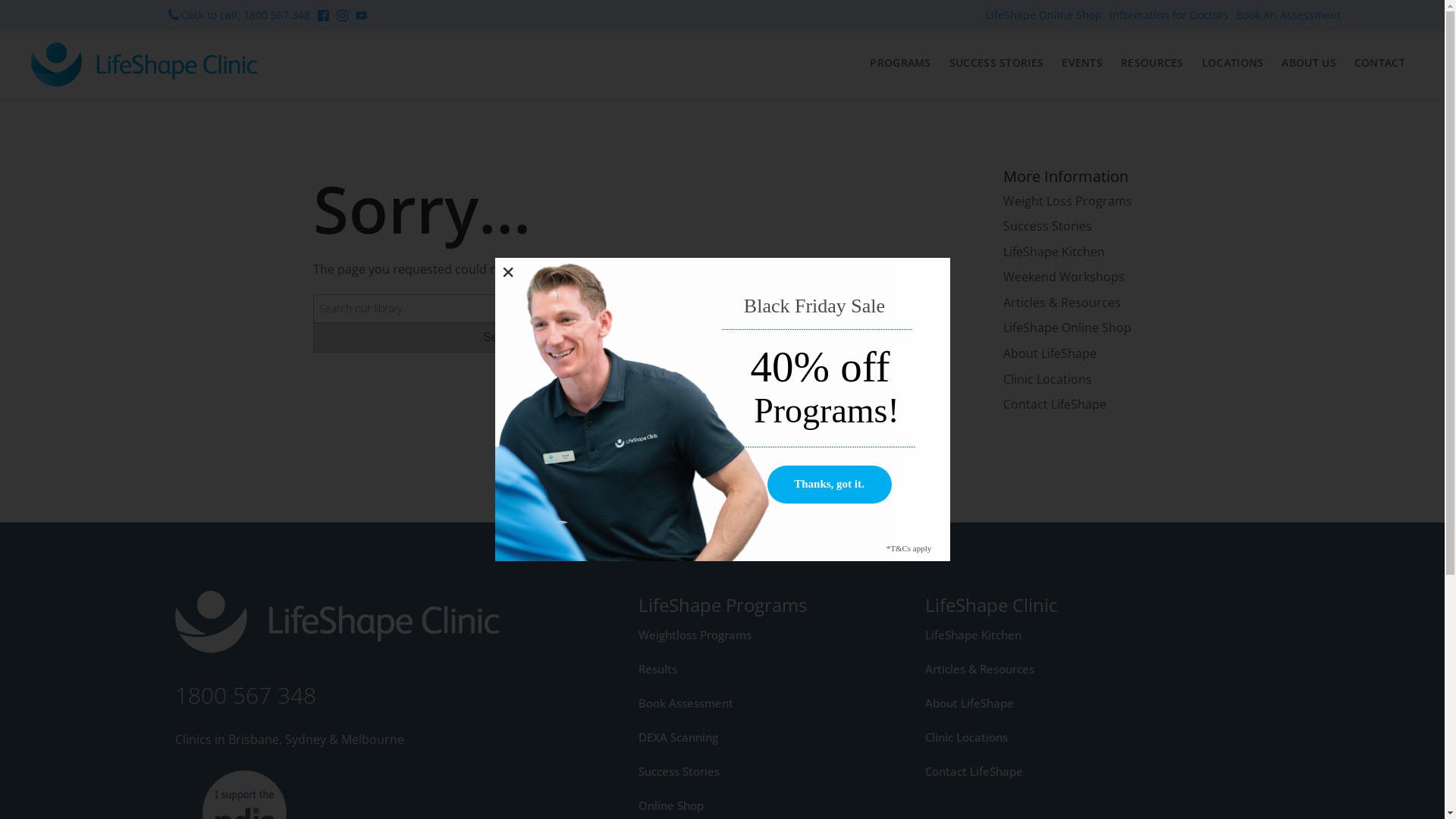 This screenshot has width=1456, height=819. Describe the element at coordinates (1193, 62) in the screenshot. I see `'LOCATIONS'` at that location.